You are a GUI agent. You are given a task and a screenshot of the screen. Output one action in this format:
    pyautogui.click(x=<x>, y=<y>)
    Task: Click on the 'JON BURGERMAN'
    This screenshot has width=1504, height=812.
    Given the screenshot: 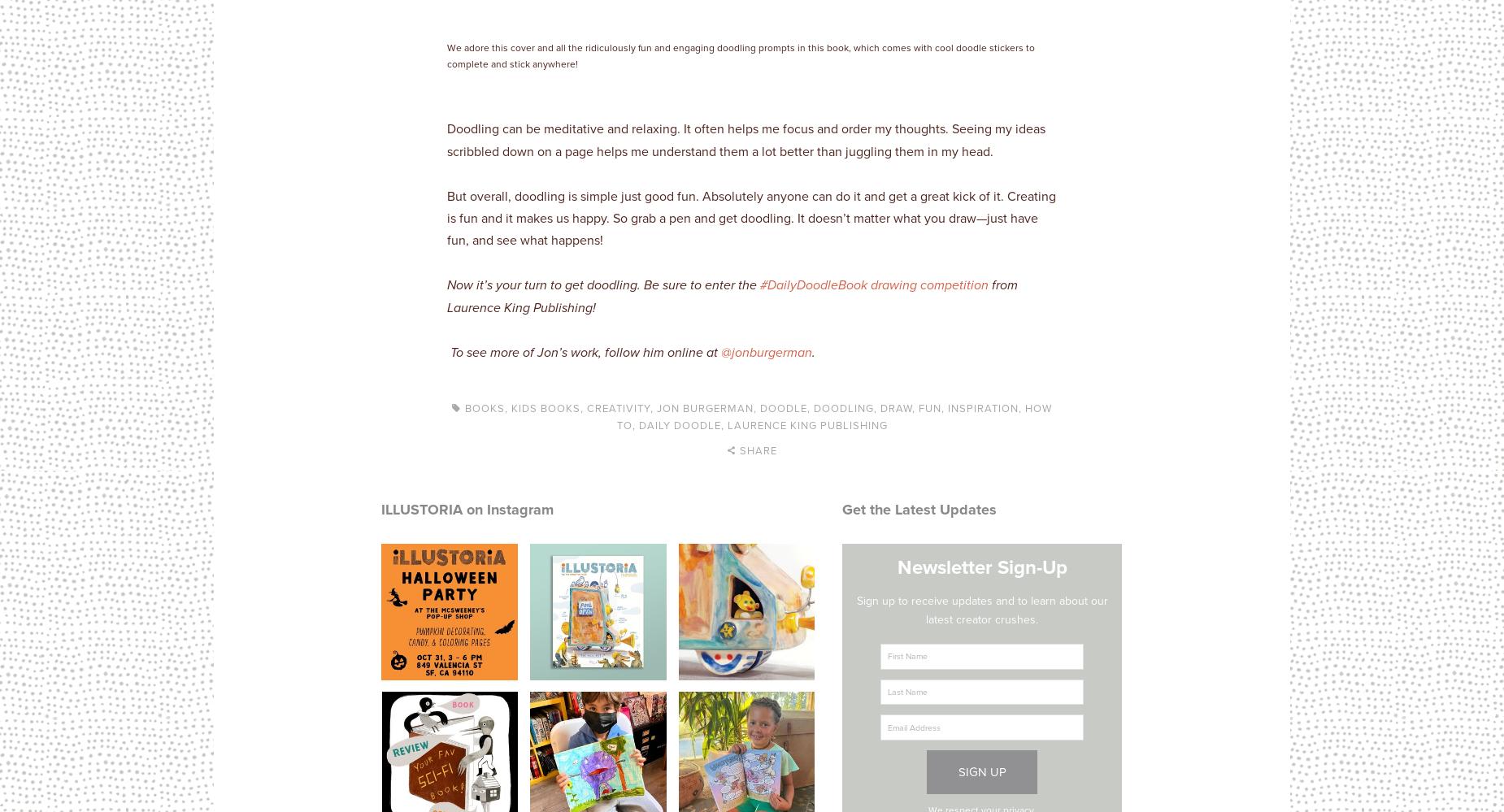 What is the action you would take?
    pyautogui.click(x=657, y=406)
    